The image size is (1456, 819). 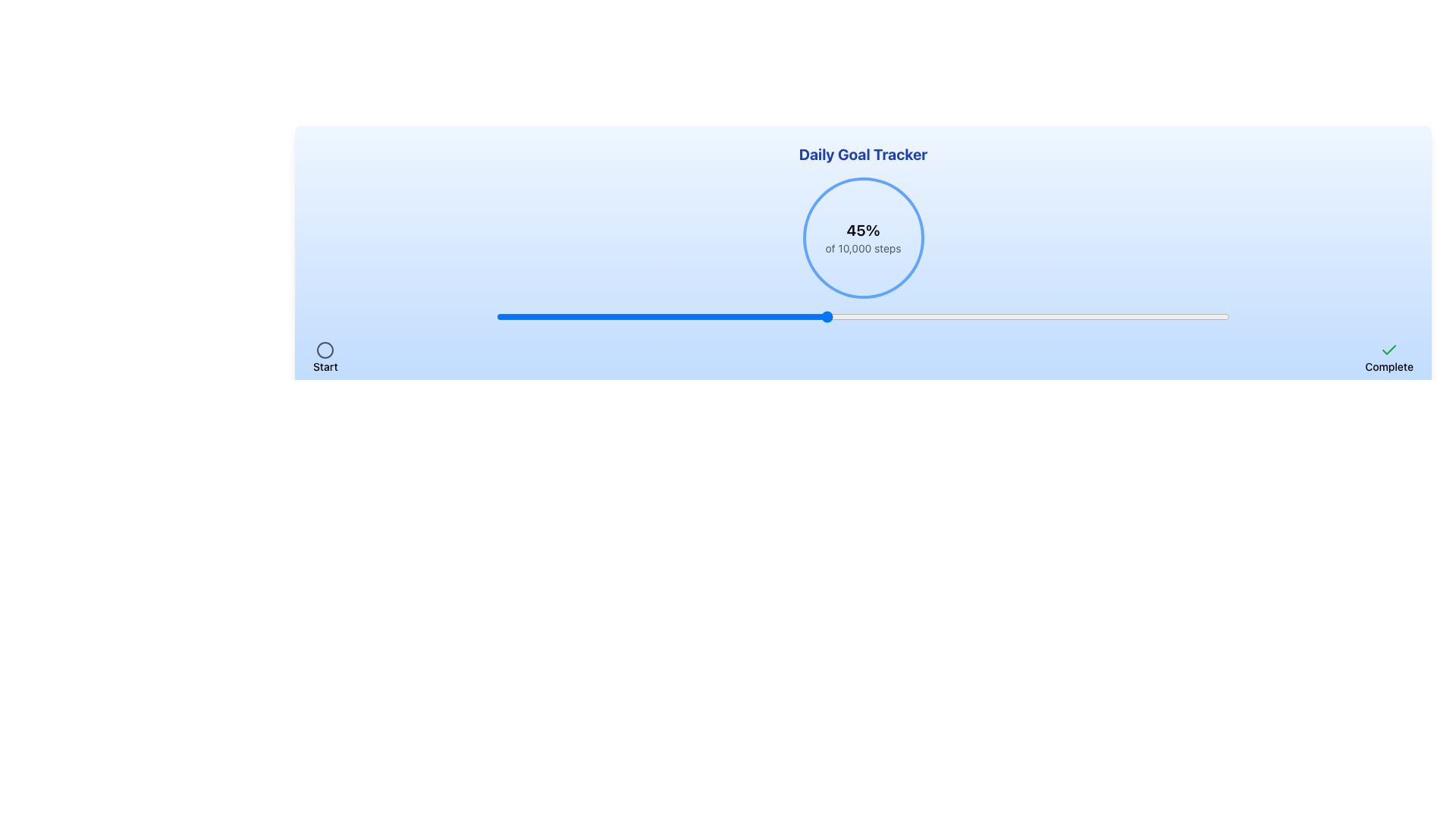 What do you see at coordinates (863, 357) in the screenshot?
I see `the labels or icons within the Progress Indicator located at the bottom of the 'Daily Goal Tracker' card, specifically targeting the center of the progress indicator` at bounding box center [863, 357].